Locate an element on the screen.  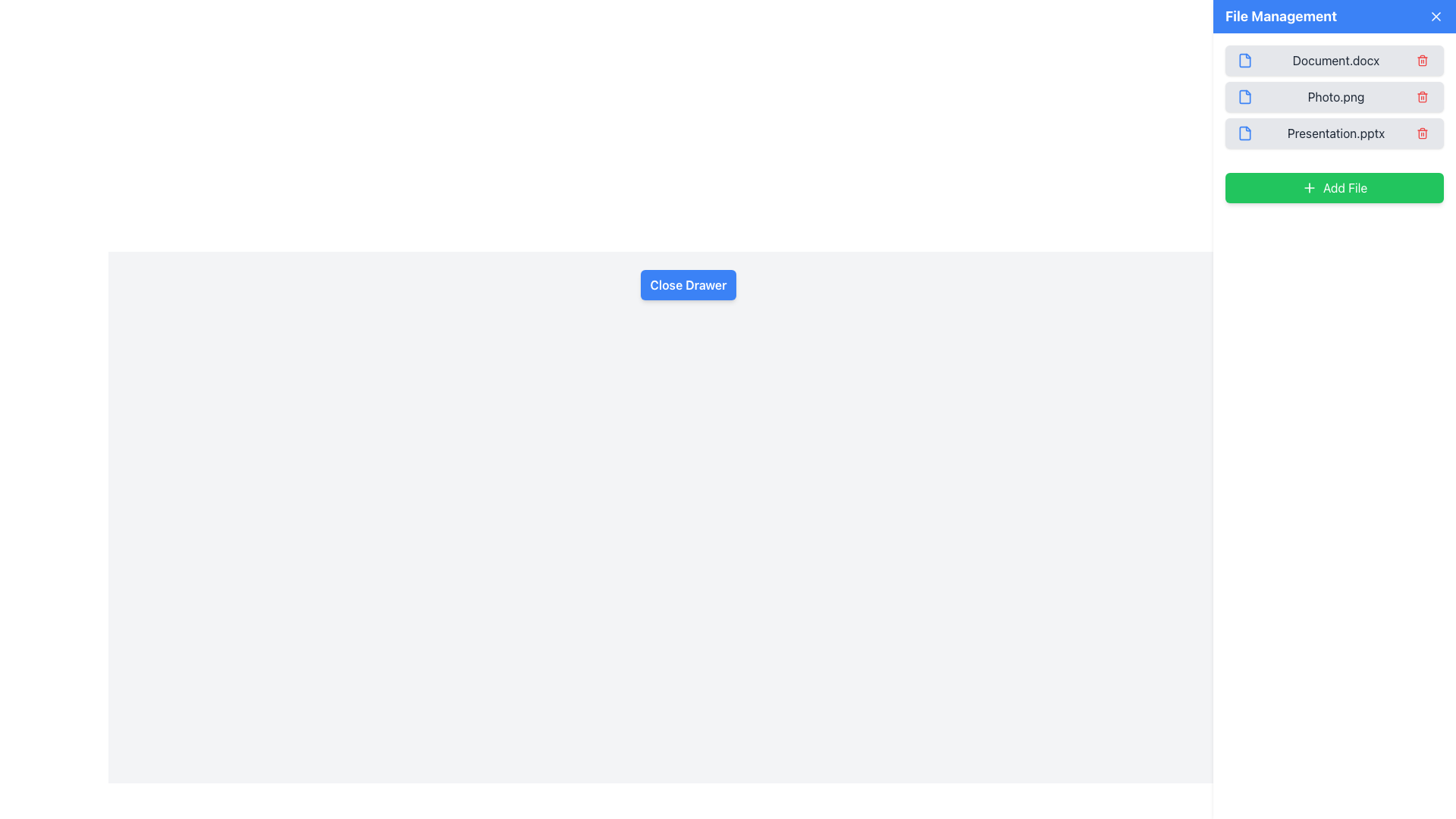
the delete button for the file 'Presentation.pptx' is located at coordinates (1422, 133).